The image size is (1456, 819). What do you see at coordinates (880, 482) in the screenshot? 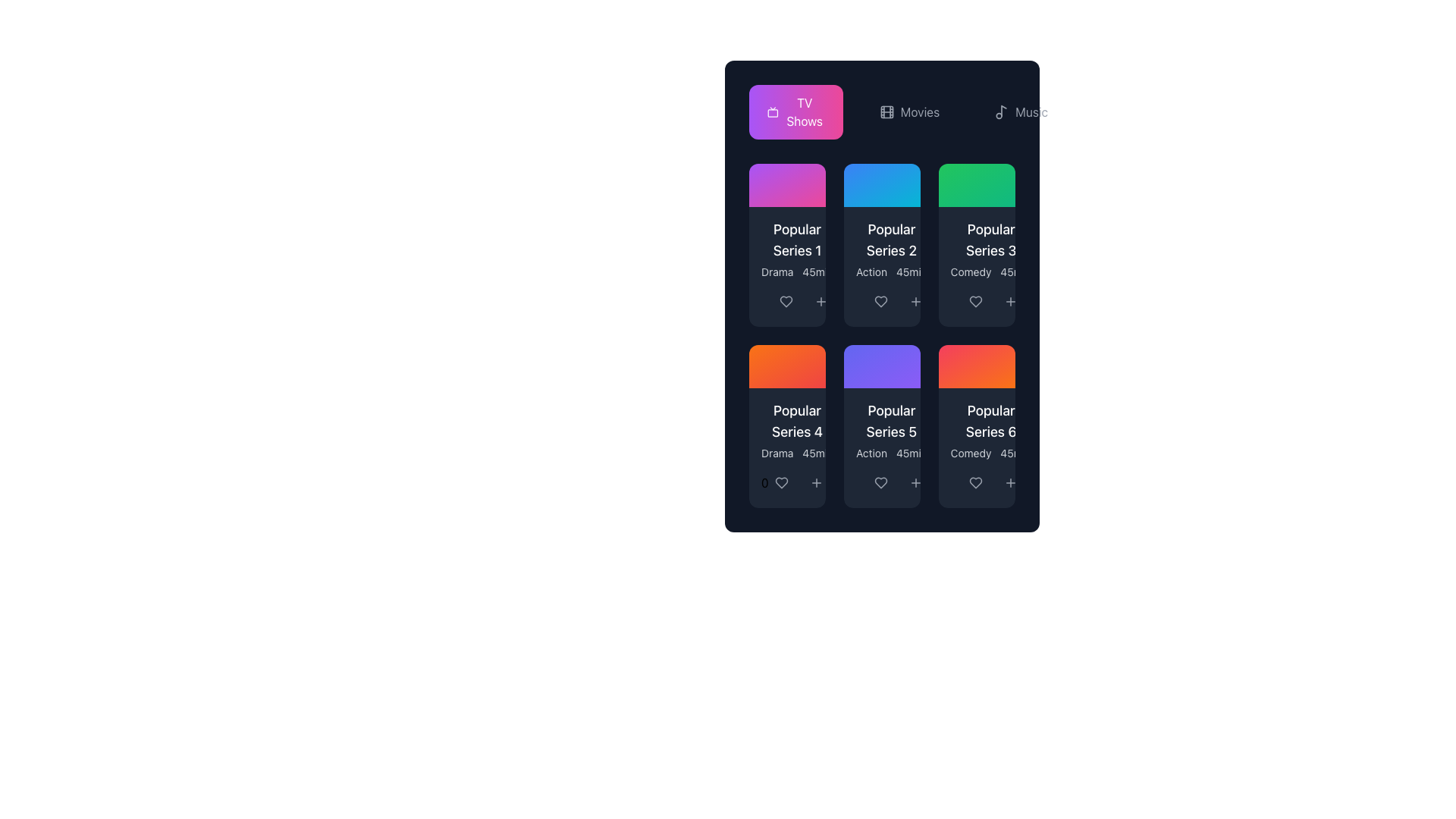
I see `the heart icon outline button located at the center-bottom of the 'Popular Series 5' card` at bounding box center [880, 482].